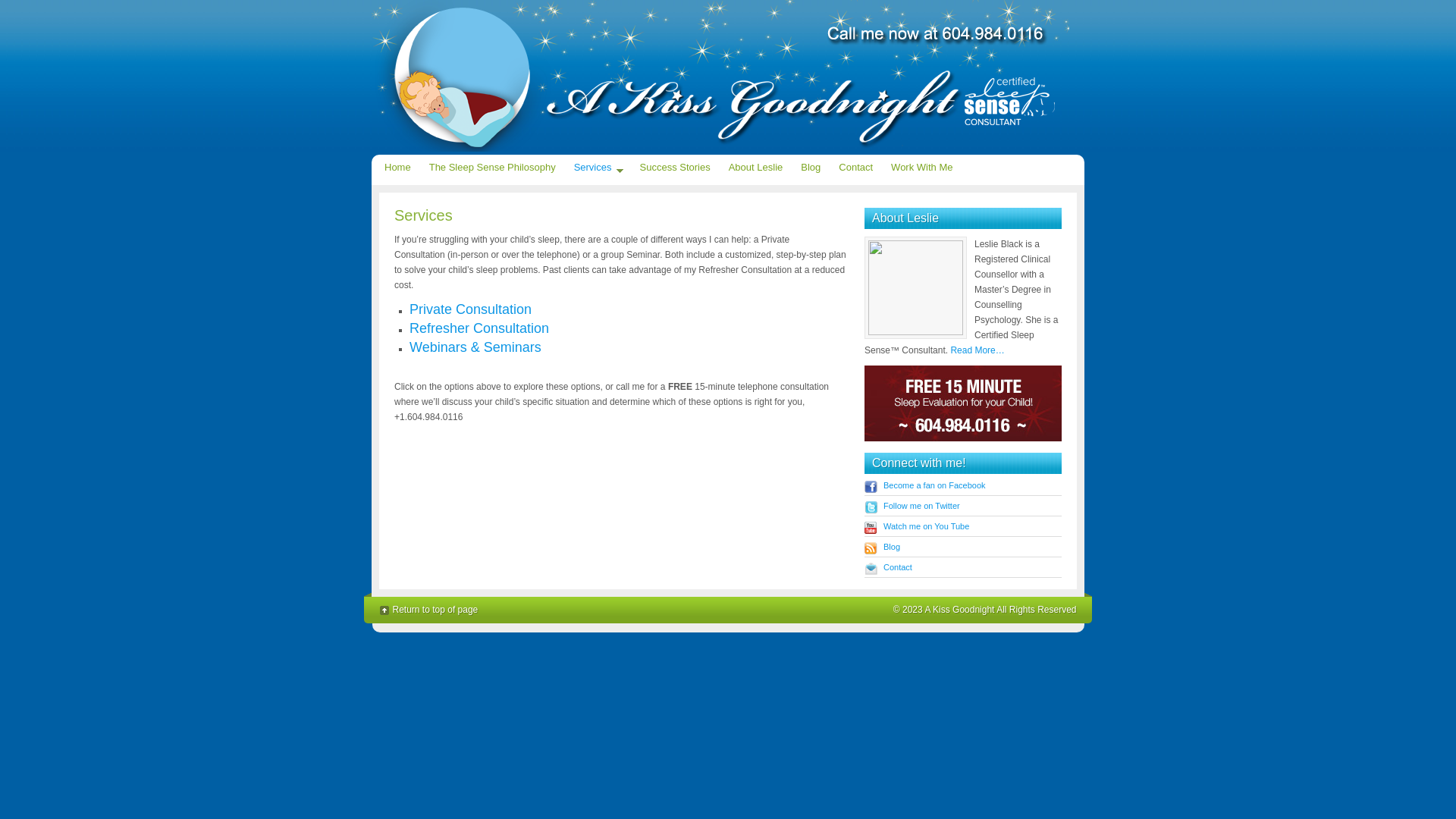 This screenshot has width=1456, height=819. I want to click on 'Webinars & Seminars', so click(475, 347).